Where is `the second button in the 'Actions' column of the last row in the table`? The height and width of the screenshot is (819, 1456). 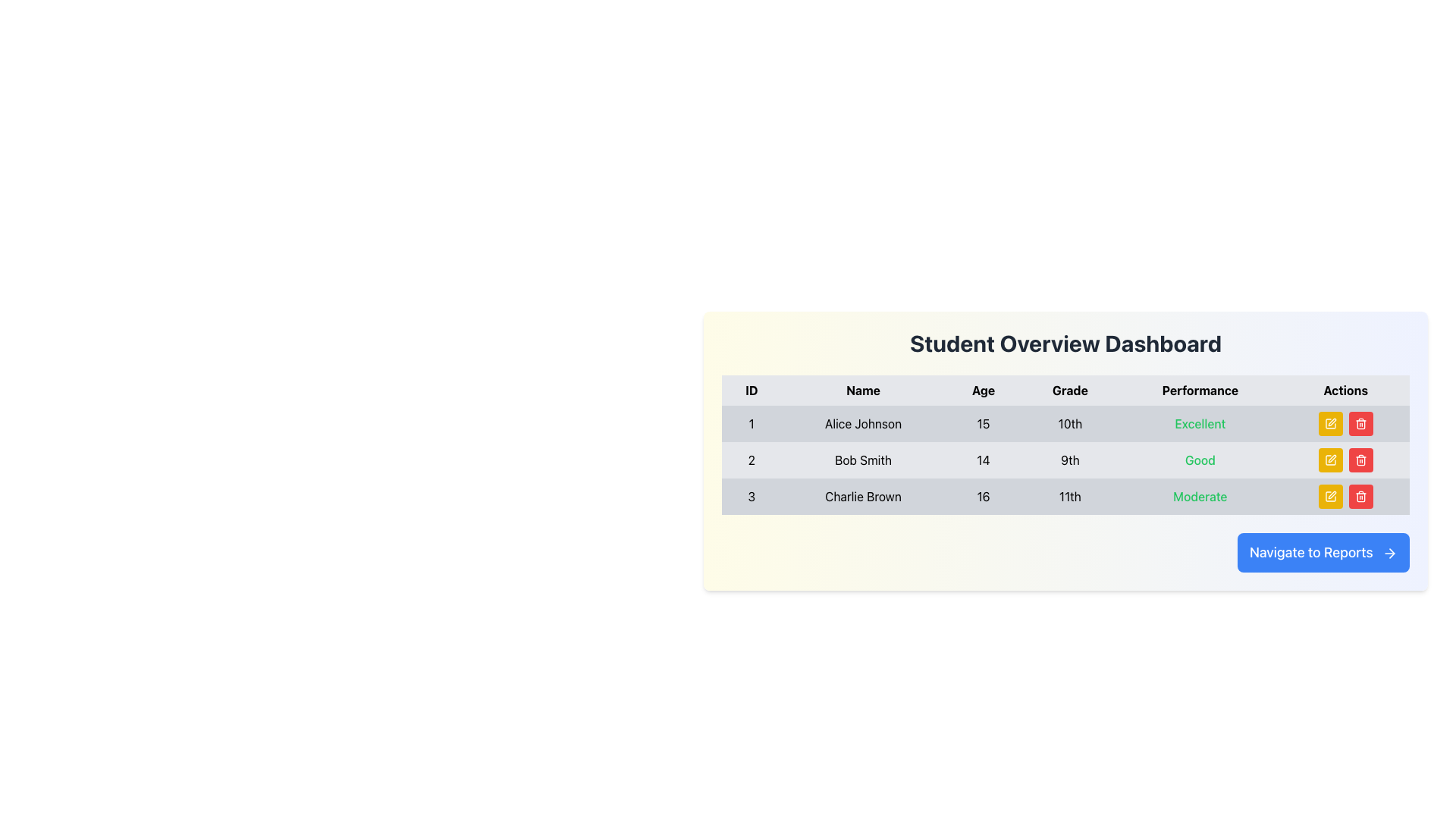
the second button in the 'Actions' column of the last row in the table is located at coordinates (1360, 497).